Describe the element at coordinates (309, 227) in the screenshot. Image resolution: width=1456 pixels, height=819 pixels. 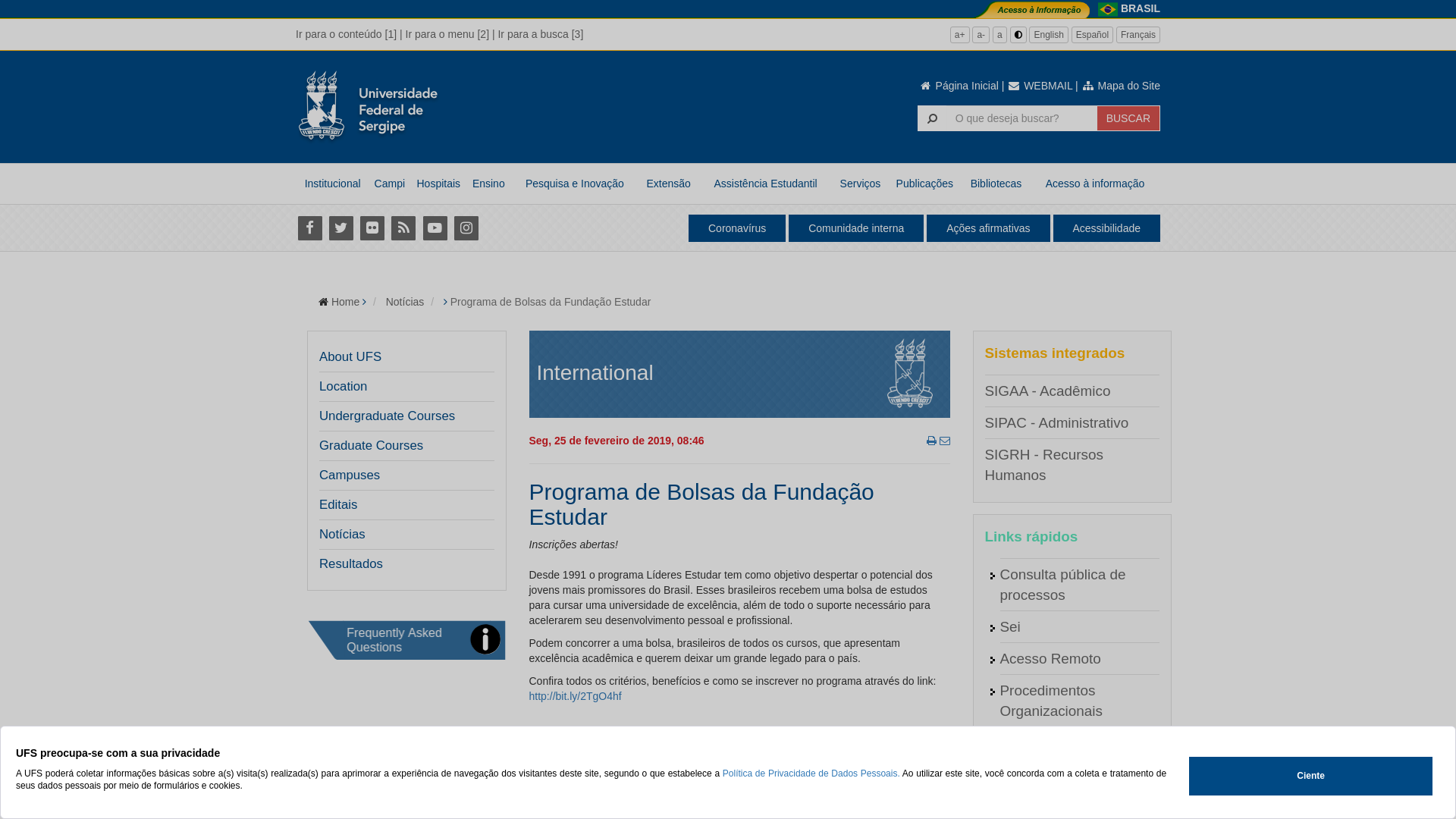
I see `'Facebook'` at that location.